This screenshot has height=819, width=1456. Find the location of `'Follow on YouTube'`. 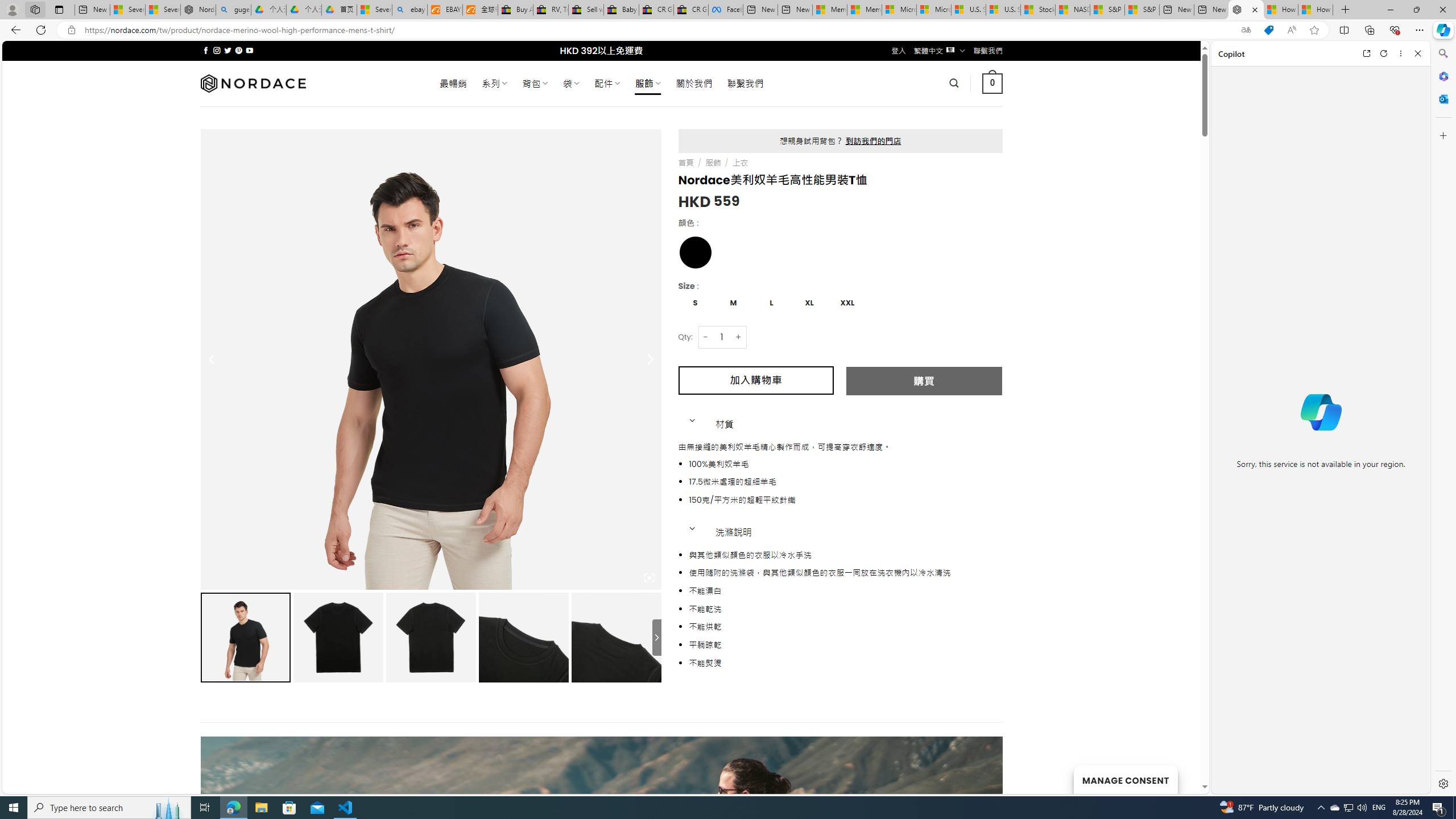

'Follow on YouTube' is located at coordinates (250, 50).